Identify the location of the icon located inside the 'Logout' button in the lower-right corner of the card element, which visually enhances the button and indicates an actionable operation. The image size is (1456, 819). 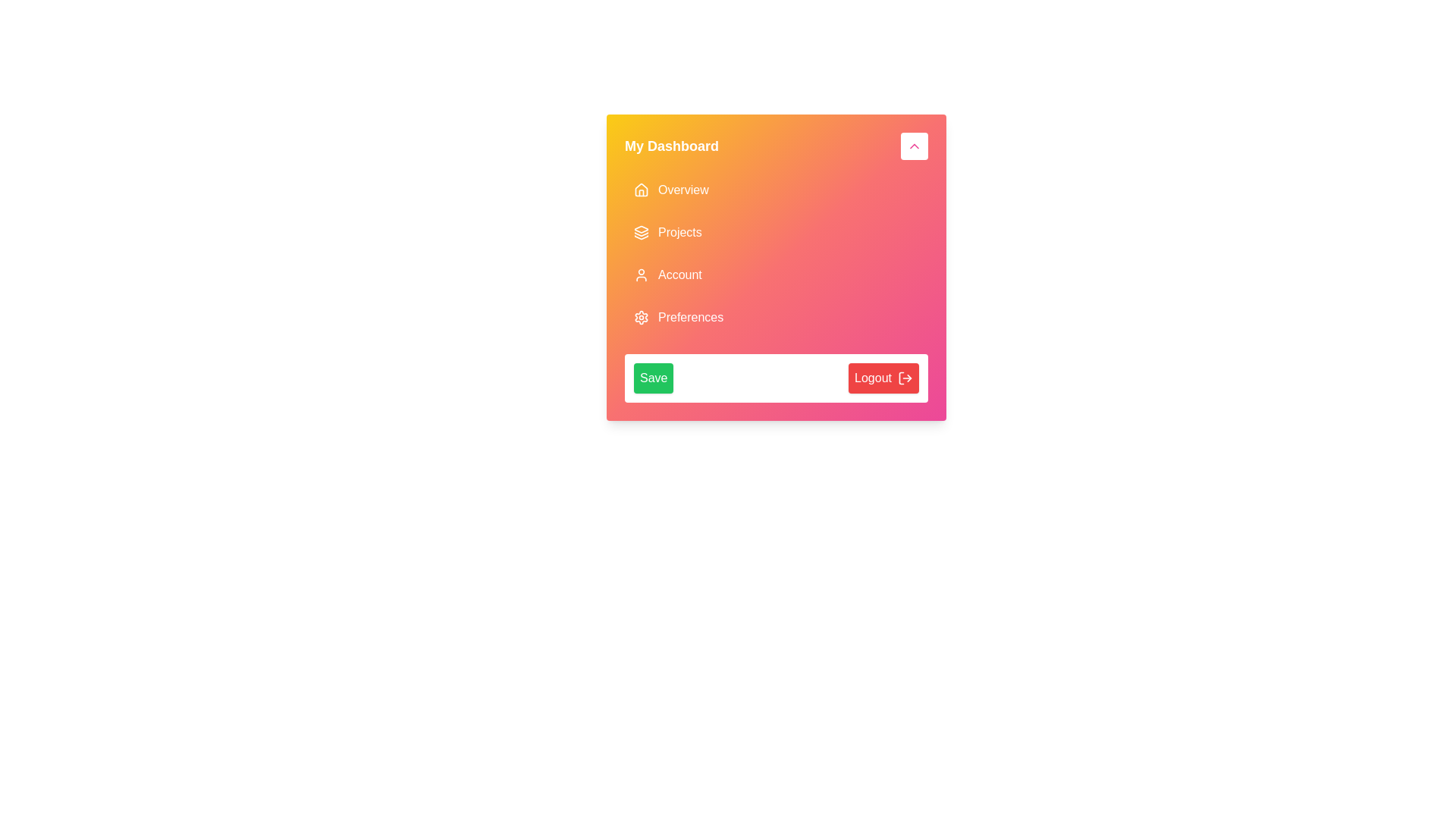
(905, 377).